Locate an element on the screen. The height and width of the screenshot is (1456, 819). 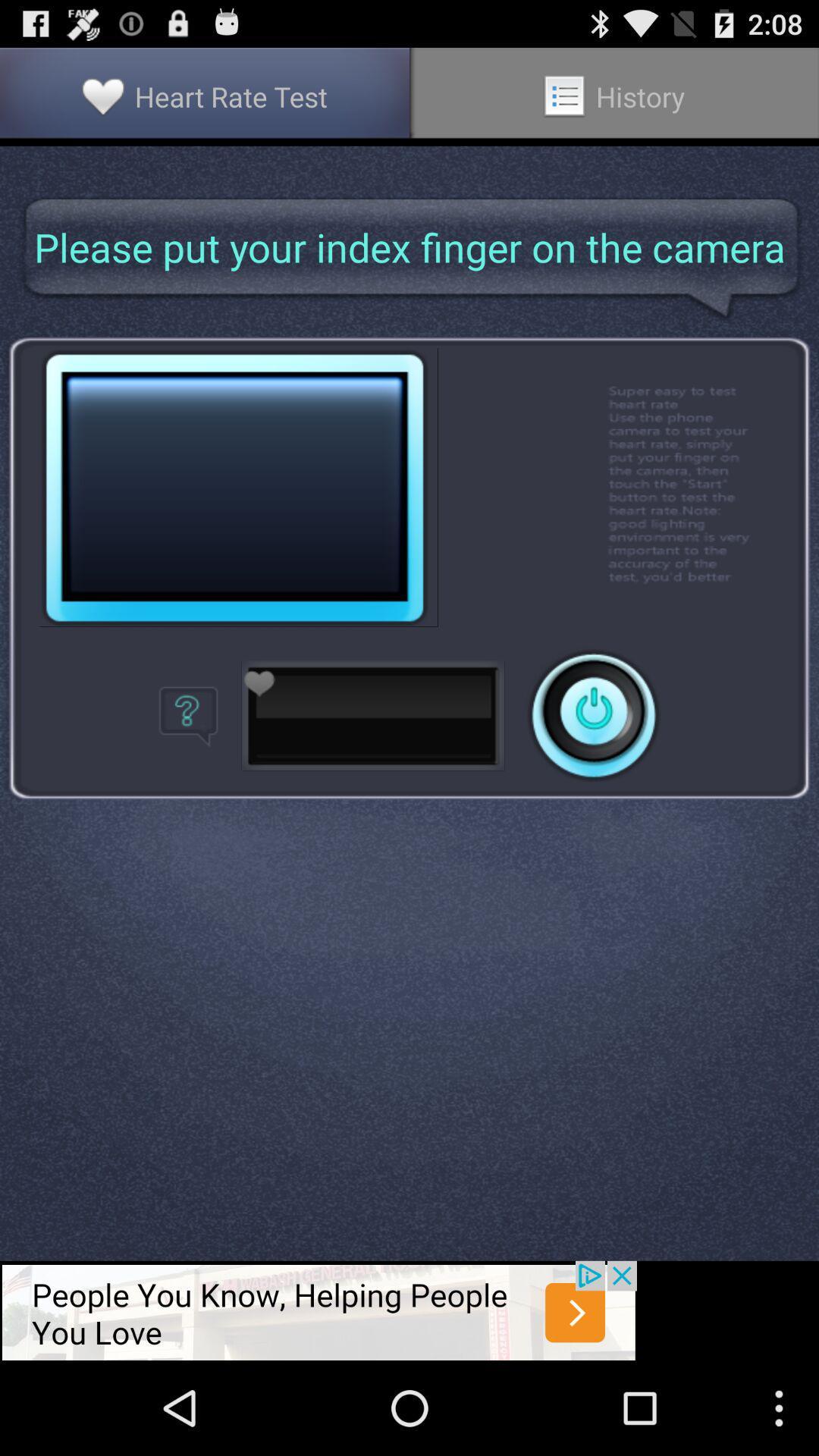
power off is located at coordinates (593, 714).